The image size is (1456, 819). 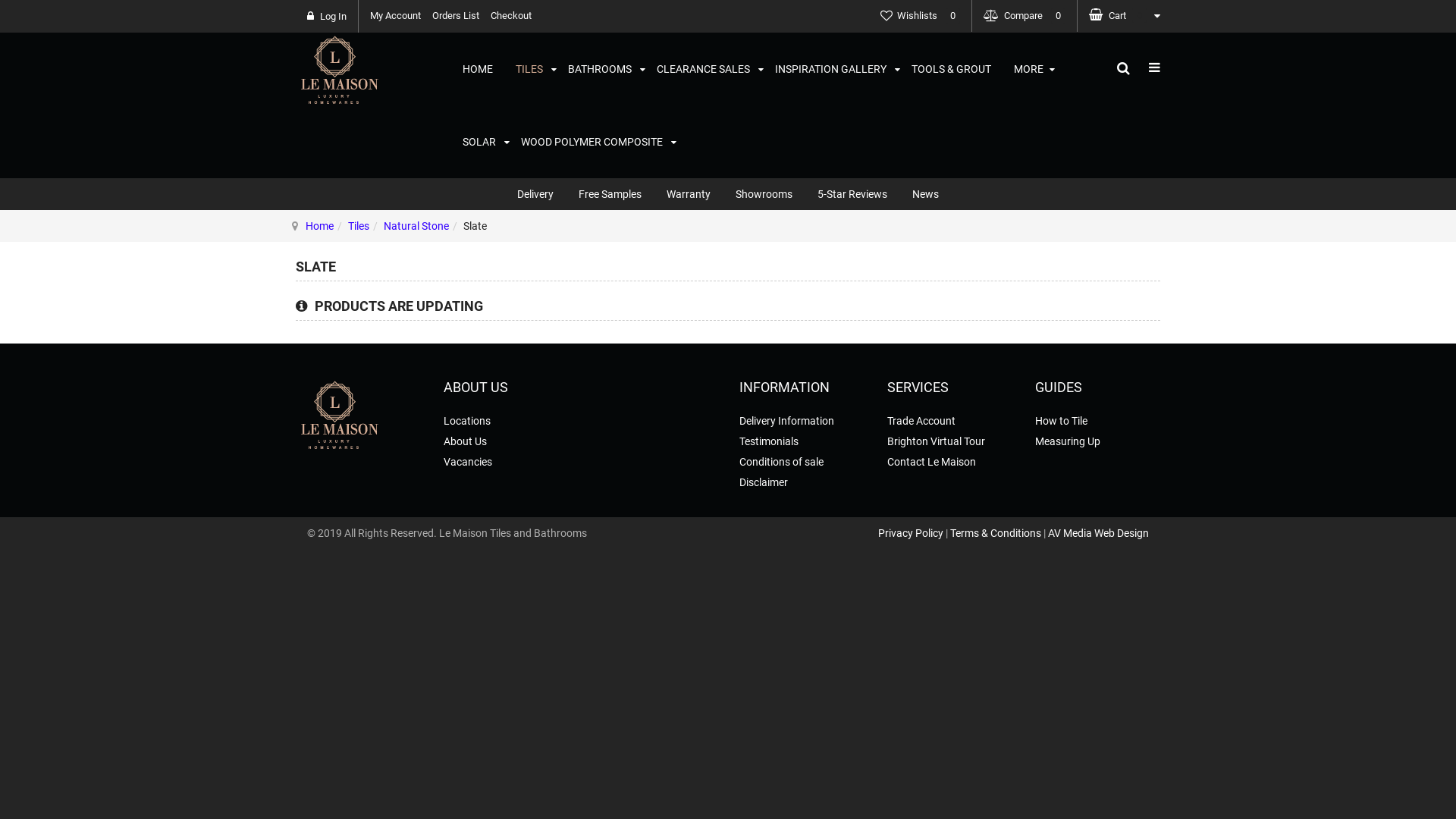 I want to click on 'Vacancies', so click(x=467, y=461).